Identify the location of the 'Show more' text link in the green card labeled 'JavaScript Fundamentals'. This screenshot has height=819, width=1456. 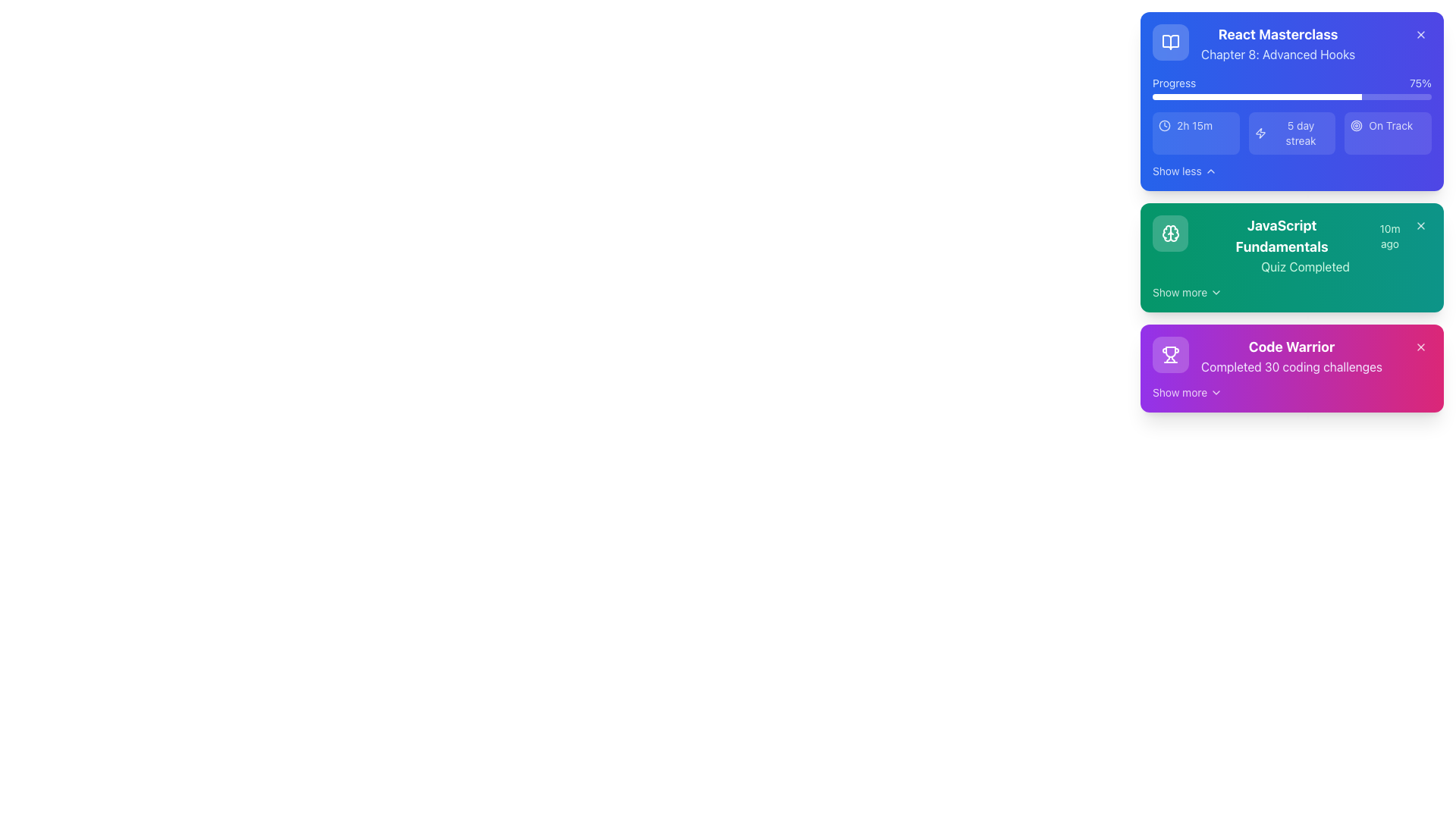
(1179, 292).